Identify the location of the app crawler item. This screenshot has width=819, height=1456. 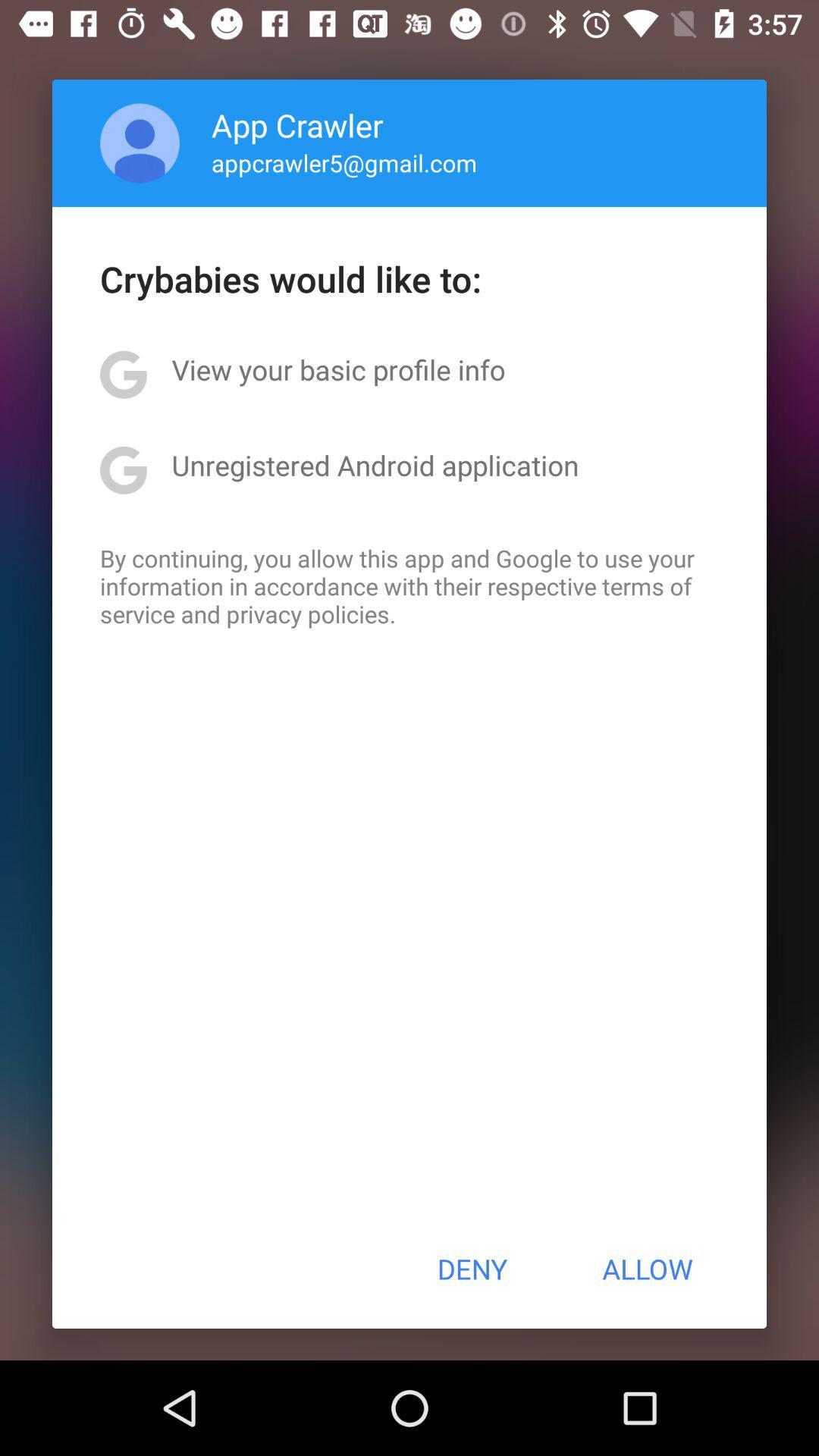
(297, 124).